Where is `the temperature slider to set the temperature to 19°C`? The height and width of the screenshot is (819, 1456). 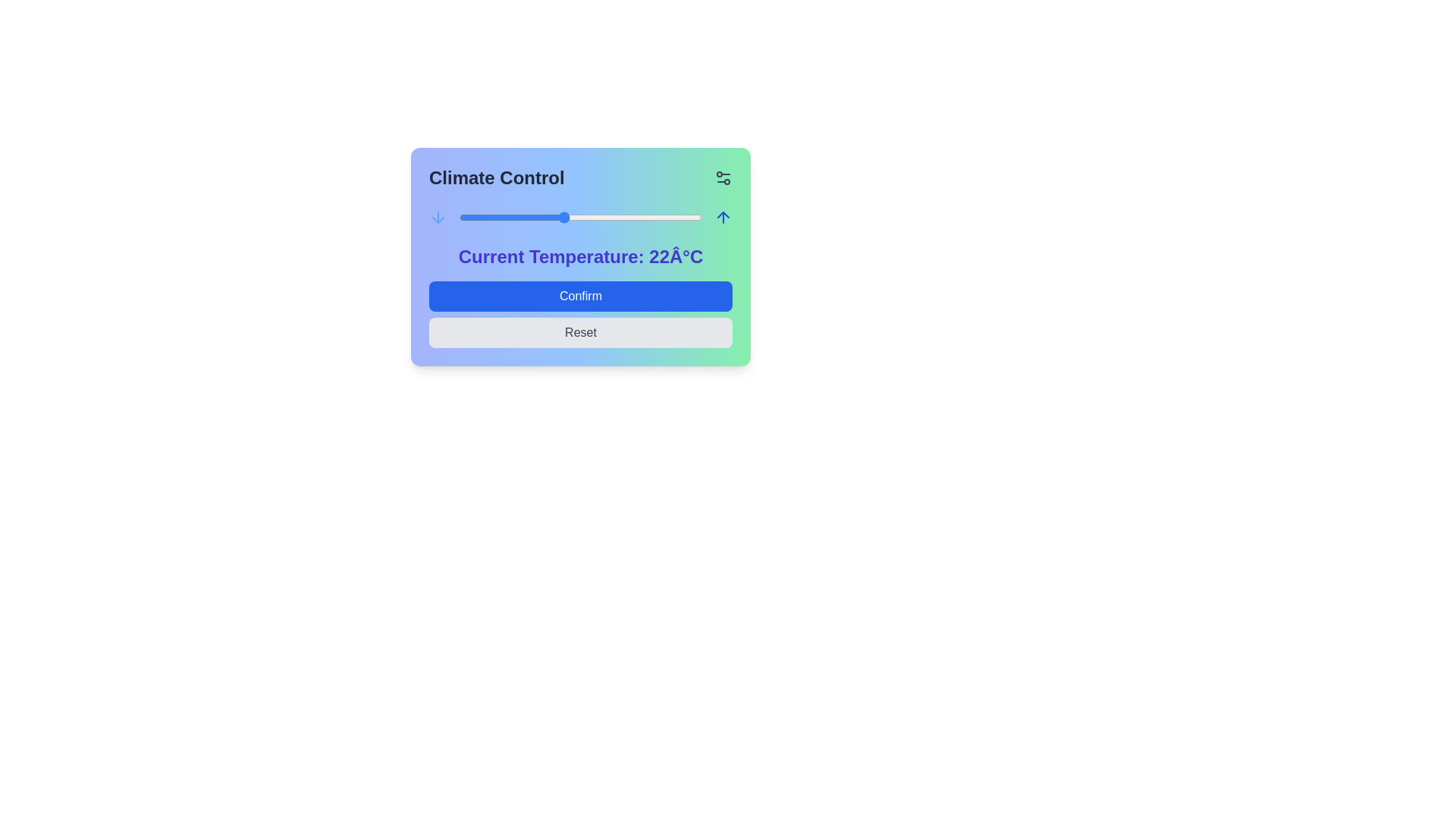
the temperature slider to set the temperature to 19°C is located at coordinates (511, 217).